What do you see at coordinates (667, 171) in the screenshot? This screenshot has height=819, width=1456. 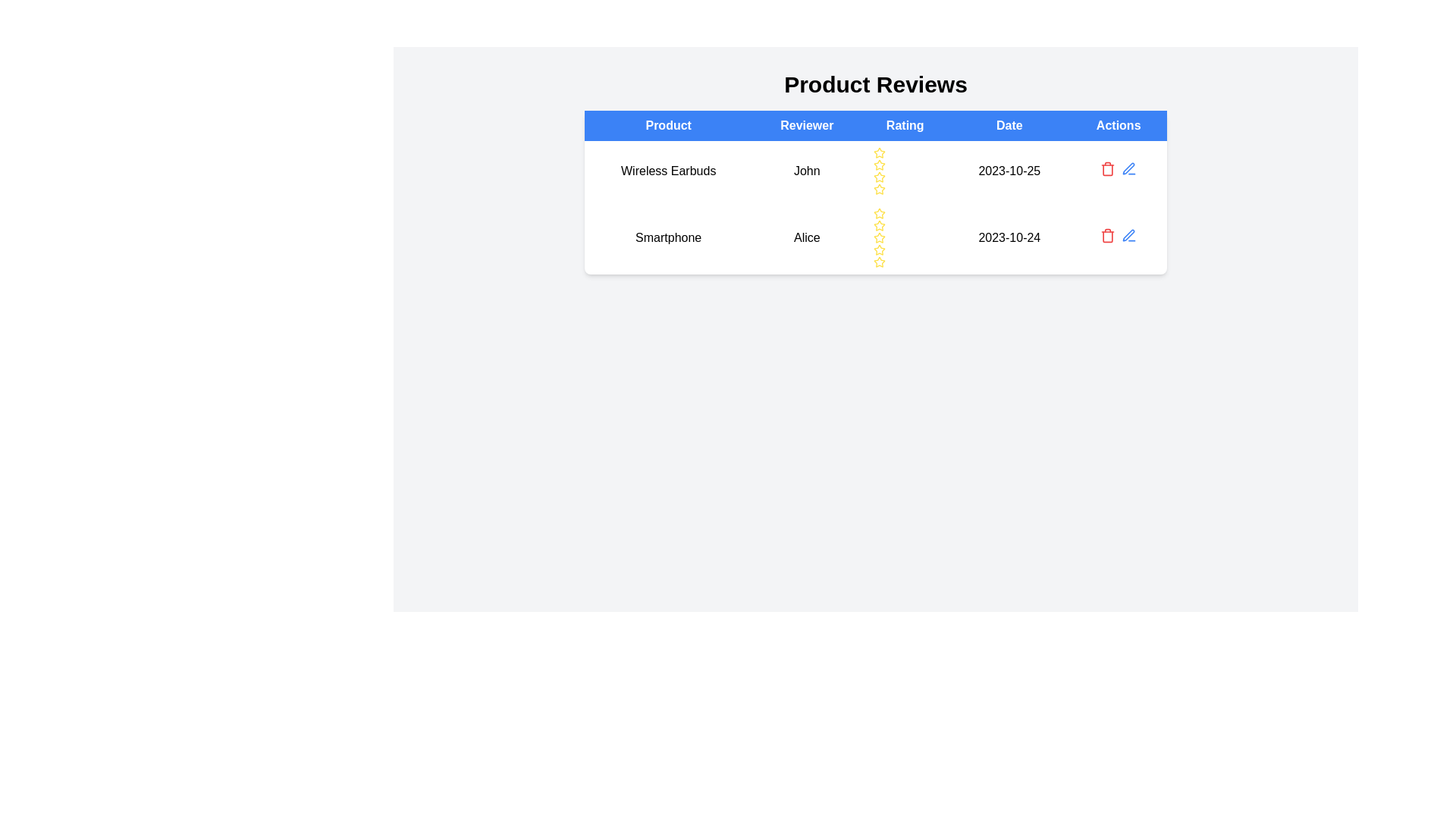 I see `the text label representing the name of the product being reviewed, located in the first column of the 'Product Reviews' table` at bounding box center [667, 171].